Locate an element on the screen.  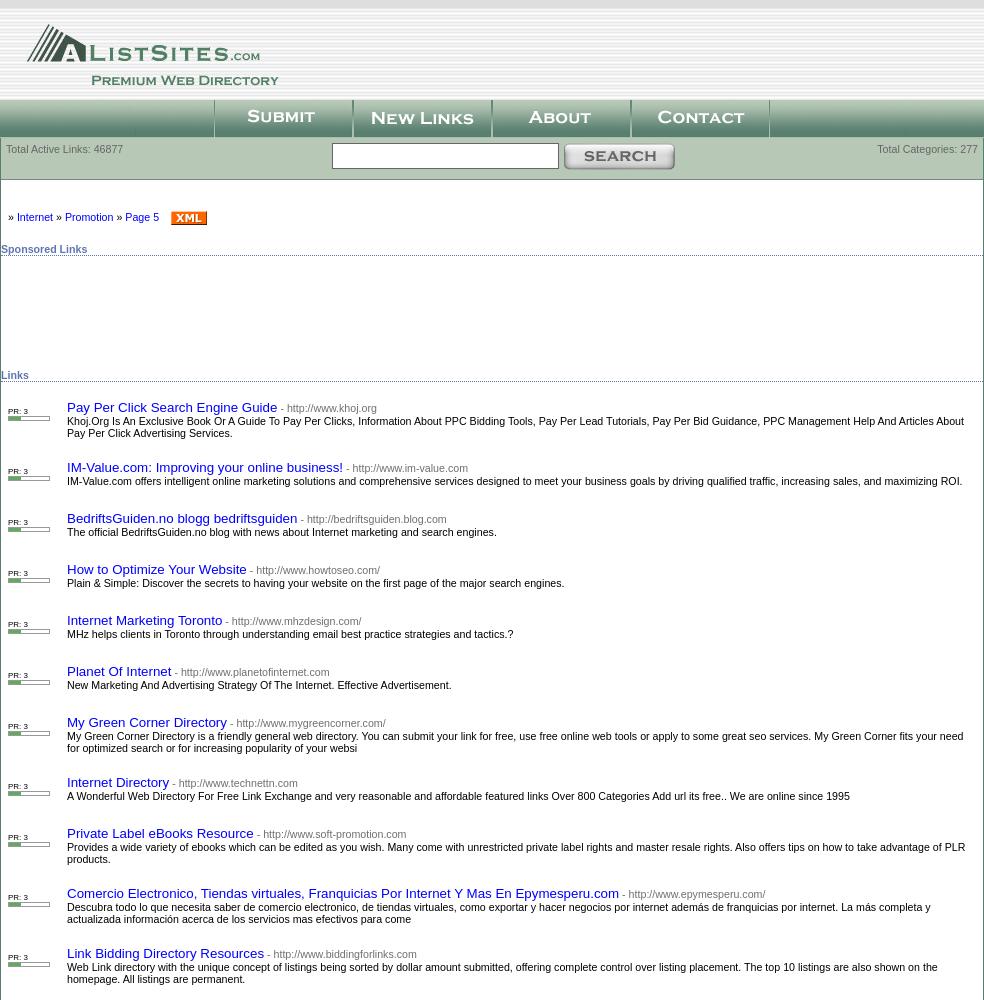
'Internet' is located at coordinates (33, 216).